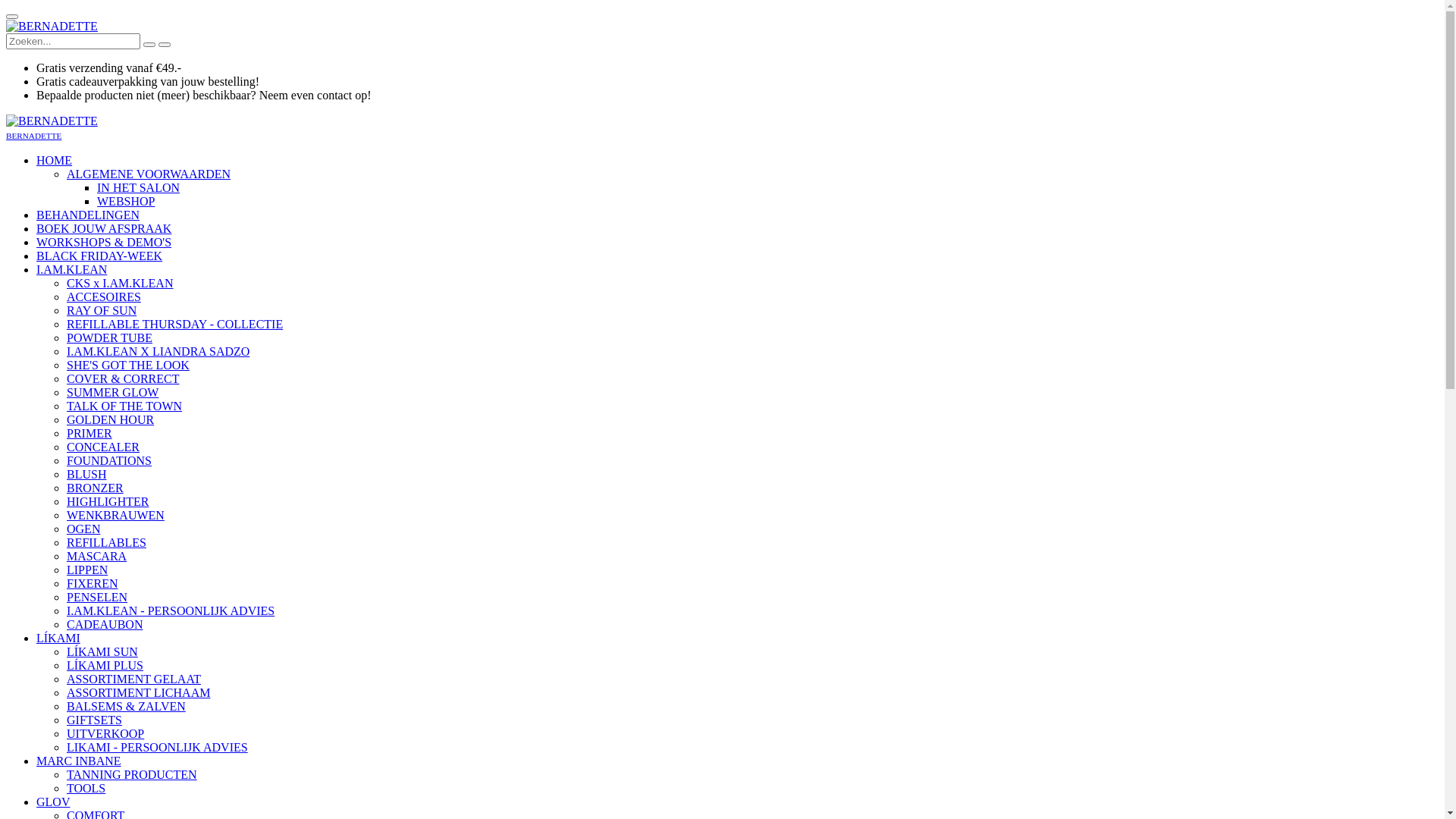  I want to click on 'MASCARA', so click(96, 556).